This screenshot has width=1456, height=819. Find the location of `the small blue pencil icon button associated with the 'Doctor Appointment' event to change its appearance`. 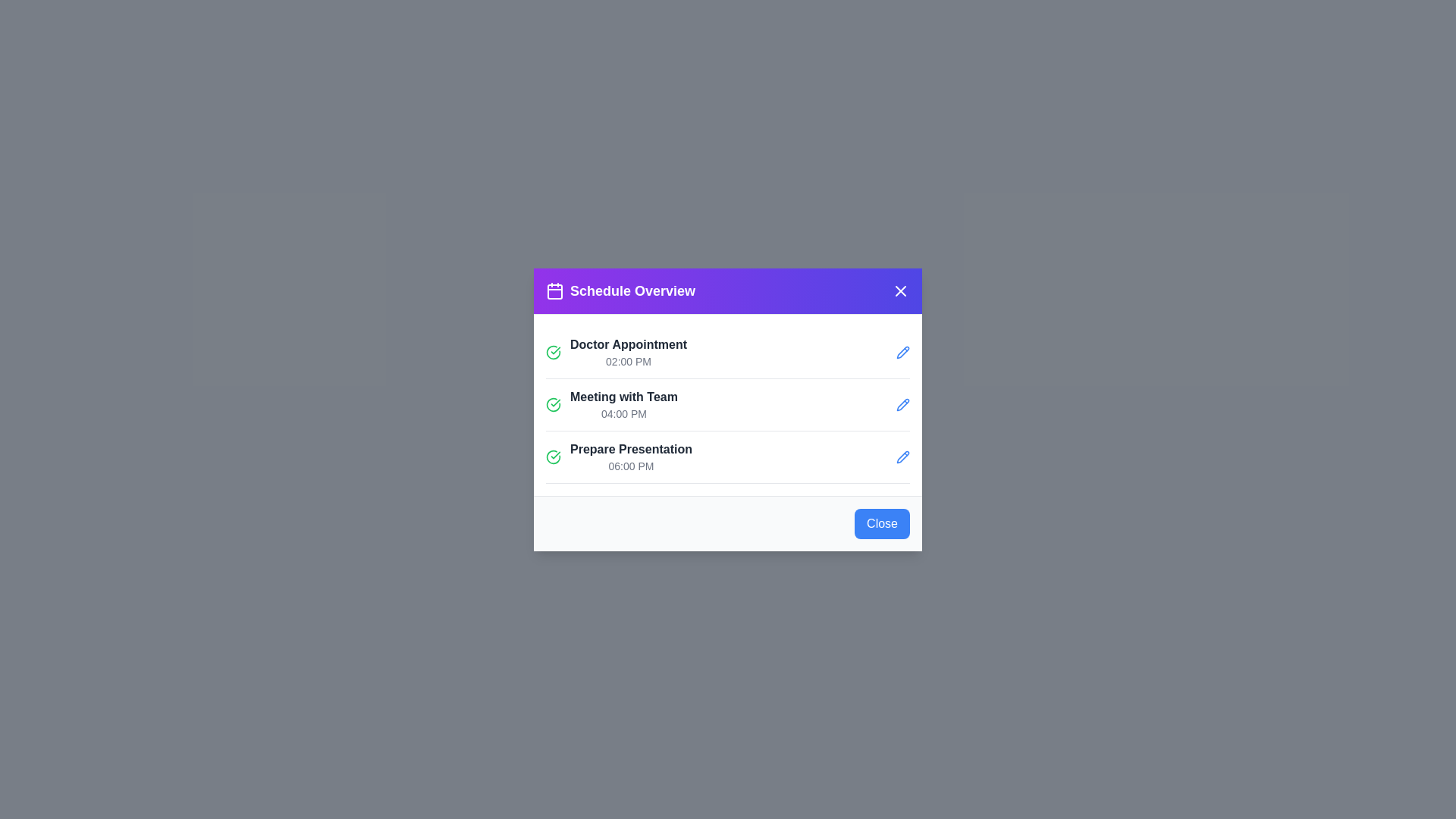

the small blue pencil icon button associated with the 'Doctor Appointment' event to change its appearance is located at coordinates (902, 352).